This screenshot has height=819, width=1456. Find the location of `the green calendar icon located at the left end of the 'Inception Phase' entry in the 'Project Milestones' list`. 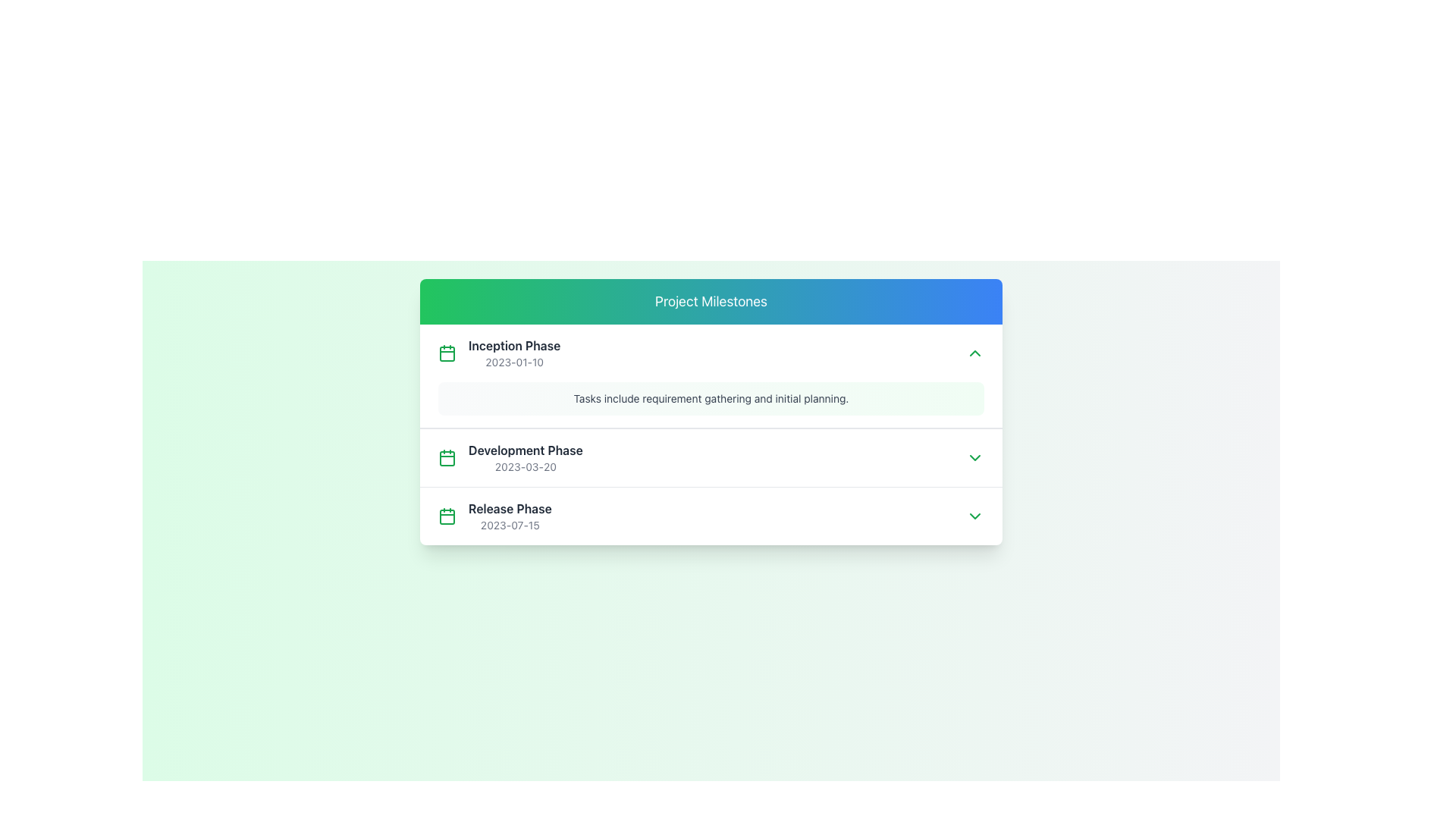

the green calendar icon located at the left end of the 'Inception Phase' entry in the 'Project Milestones' list is located at coordinates (447, 516).